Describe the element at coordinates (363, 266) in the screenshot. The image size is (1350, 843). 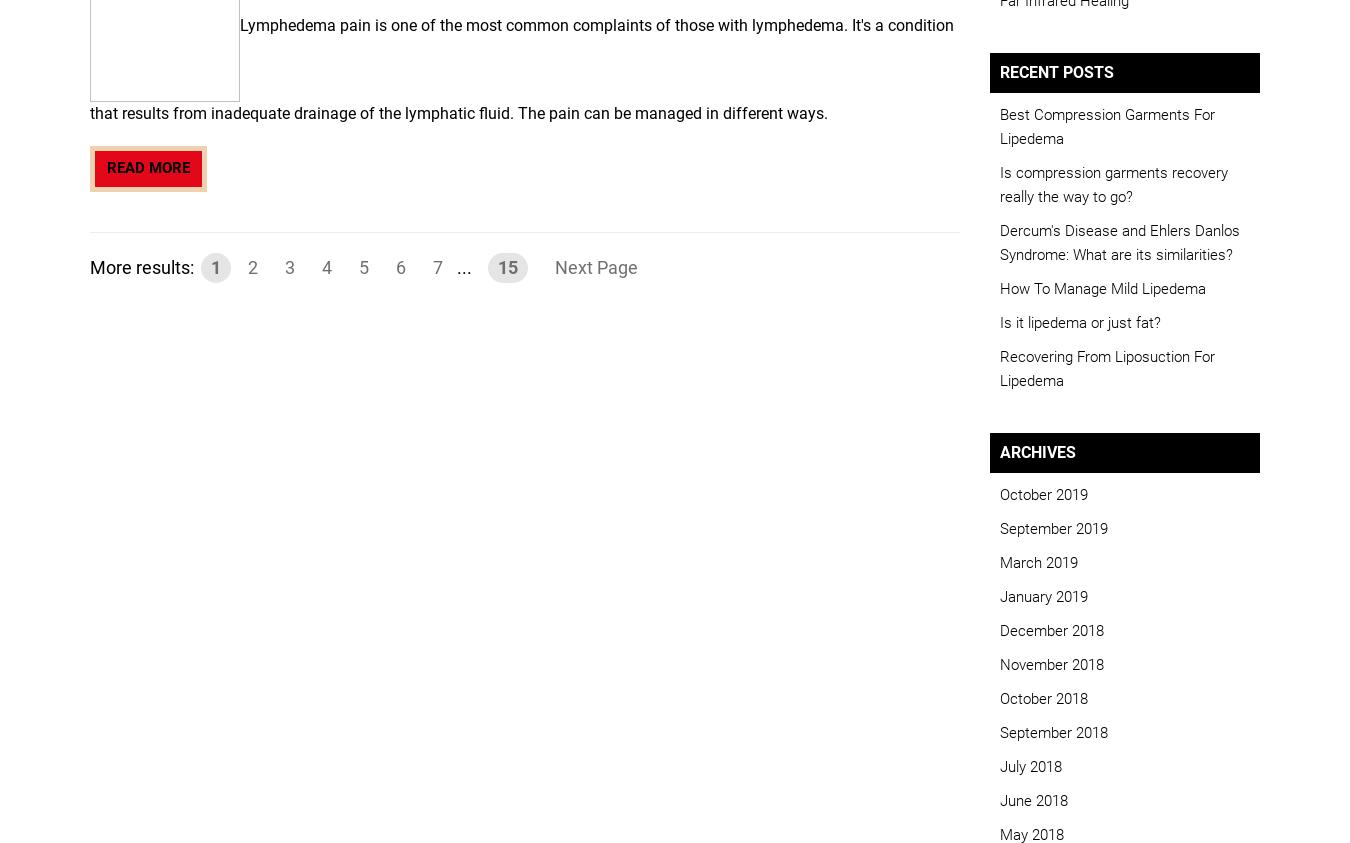
I see `'5'` at that location.